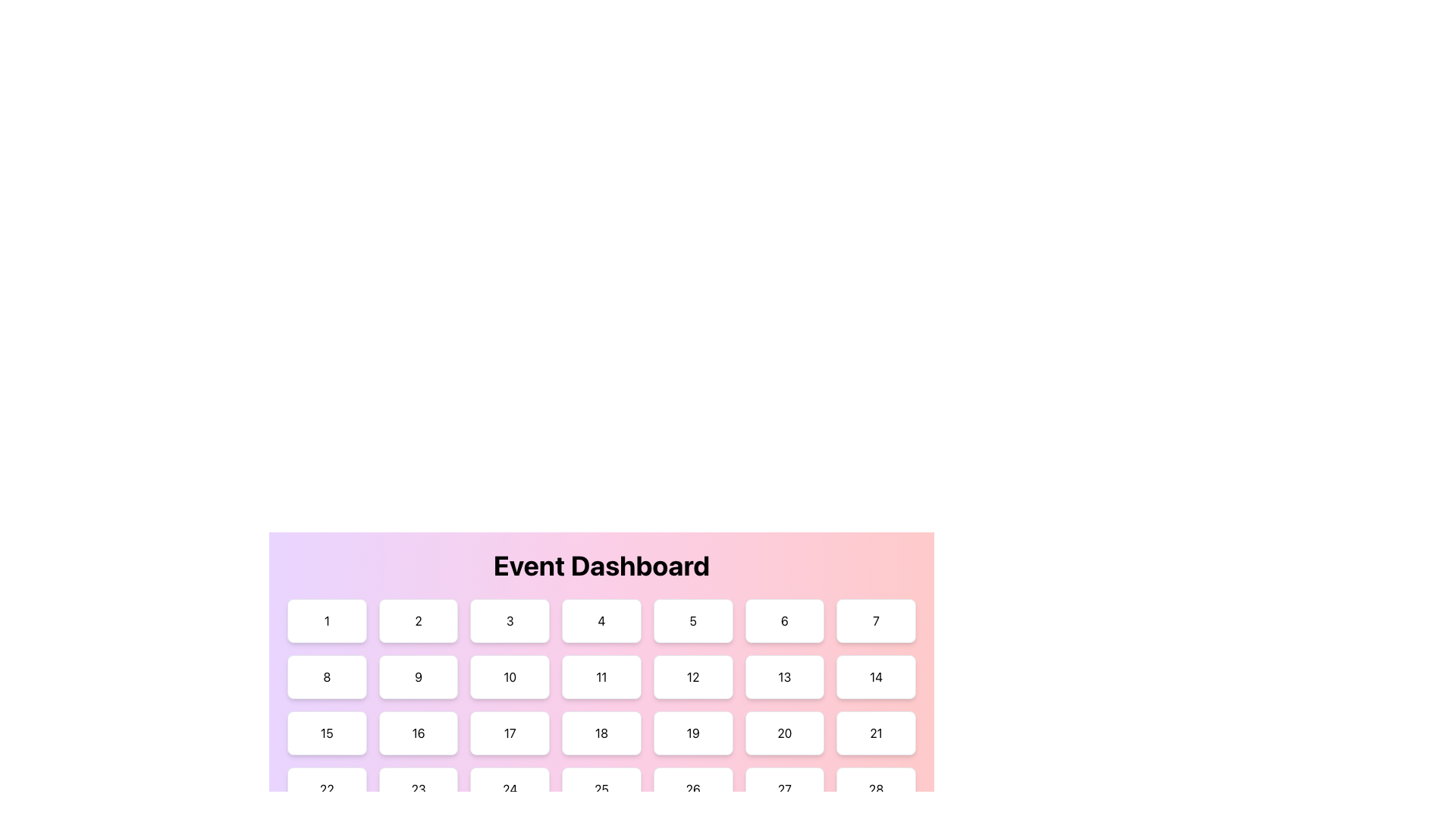  What do you see at coordinates (326, 676) in the screenshot?
I see `the button representing the number 8, which is located in the second row, first column of a grid layout` at bounding box center [326, 676].